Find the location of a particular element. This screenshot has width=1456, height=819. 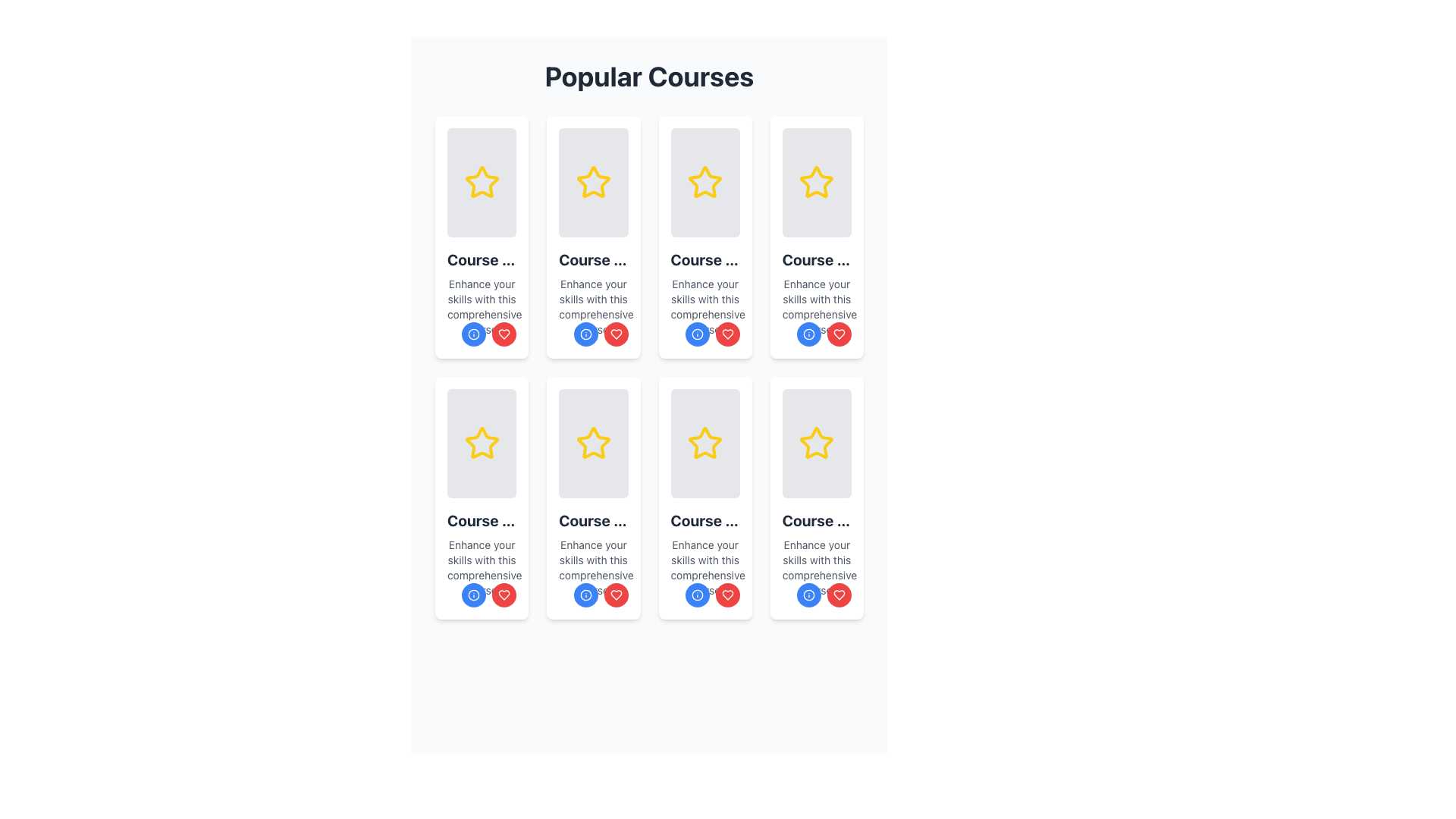

the blue circular Information Button located in the bottom-left corner of the second card in the grid layout is located at coordinates (585, 595).